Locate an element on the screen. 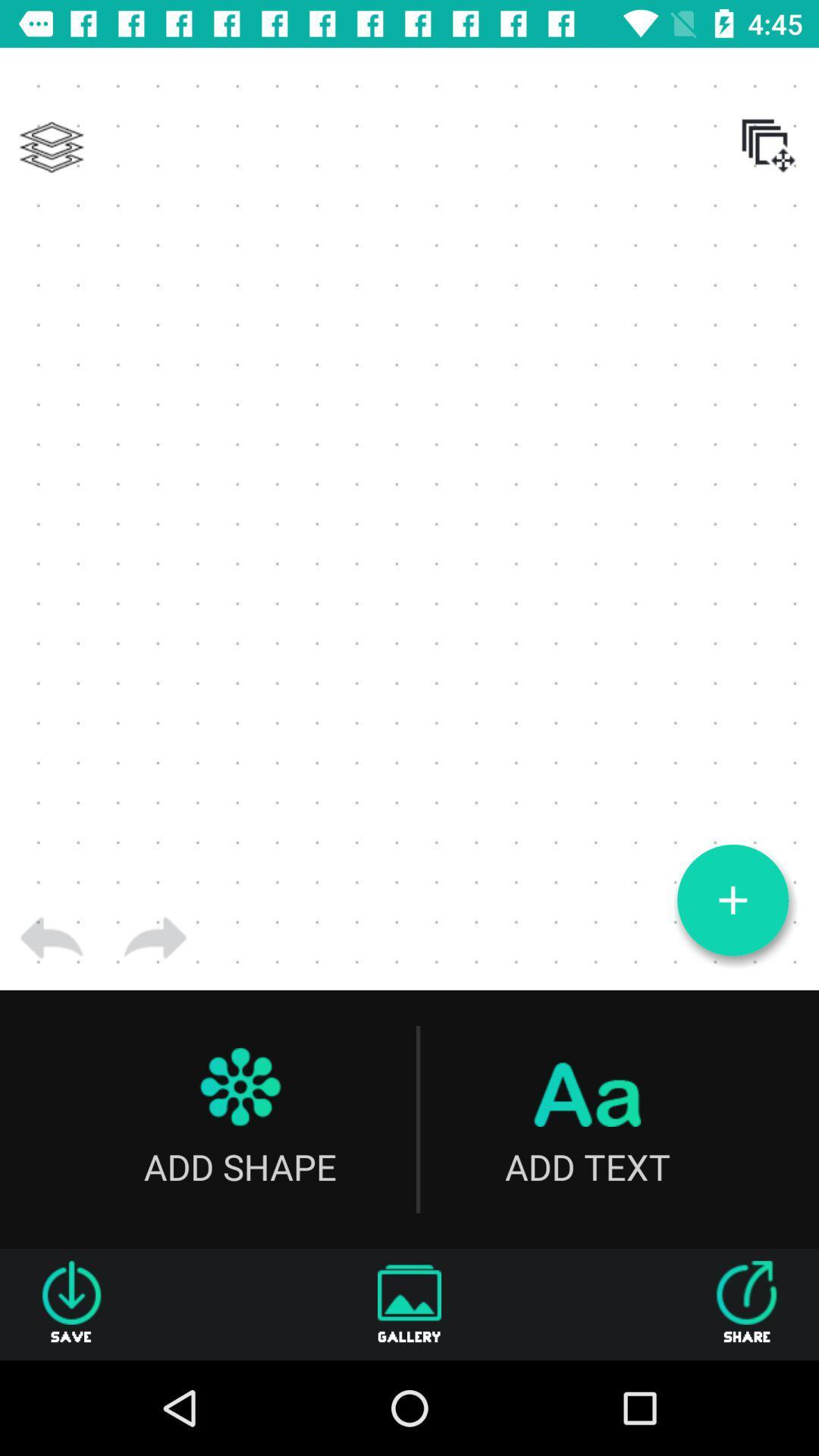 Image resolution: width=819 pixels, height=1456 pixels. the add shape is located at coordinates (239, 1119).